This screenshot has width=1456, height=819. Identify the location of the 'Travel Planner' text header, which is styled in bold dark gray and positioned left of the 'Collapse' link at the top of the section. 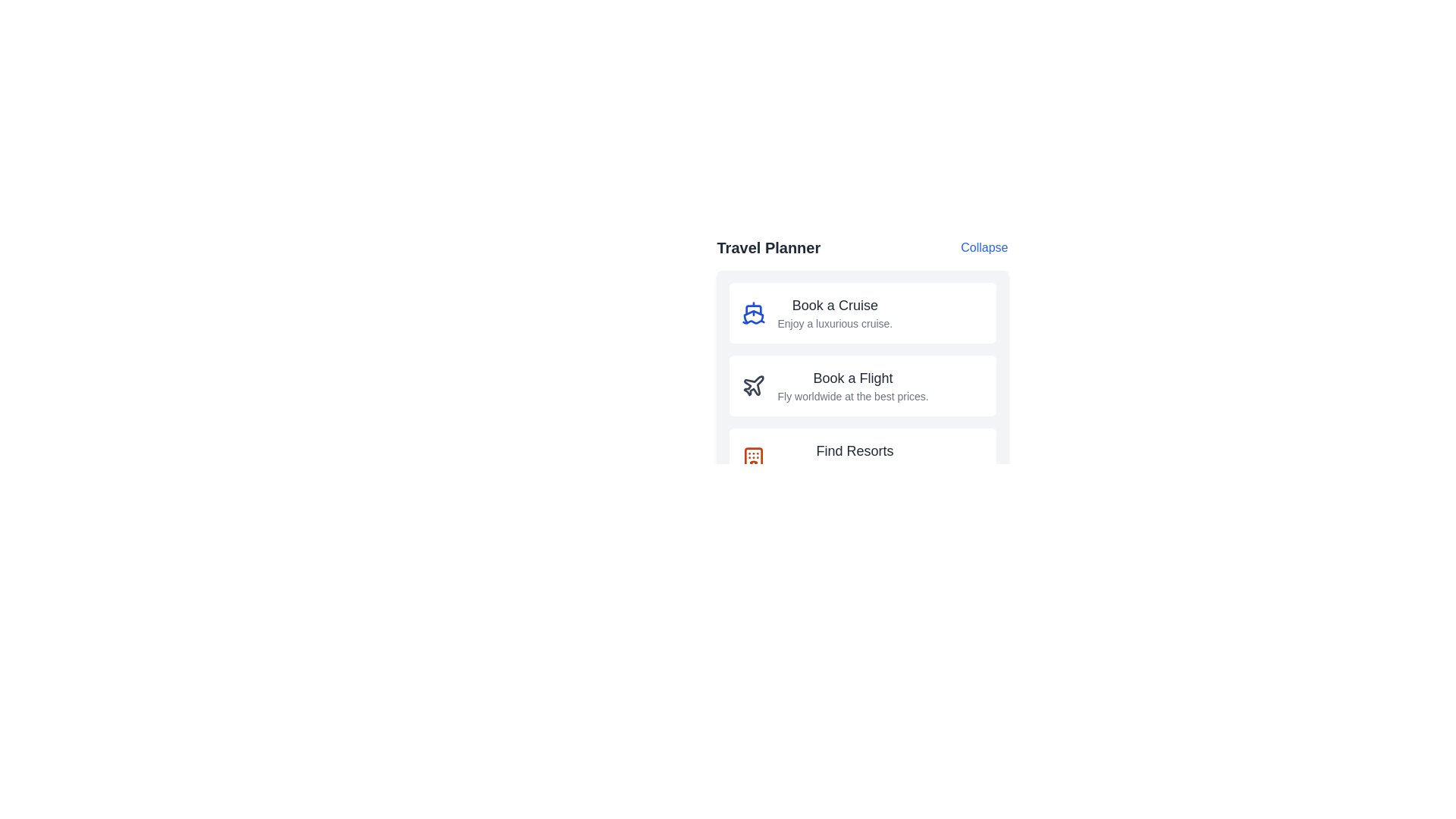
(768, 247).